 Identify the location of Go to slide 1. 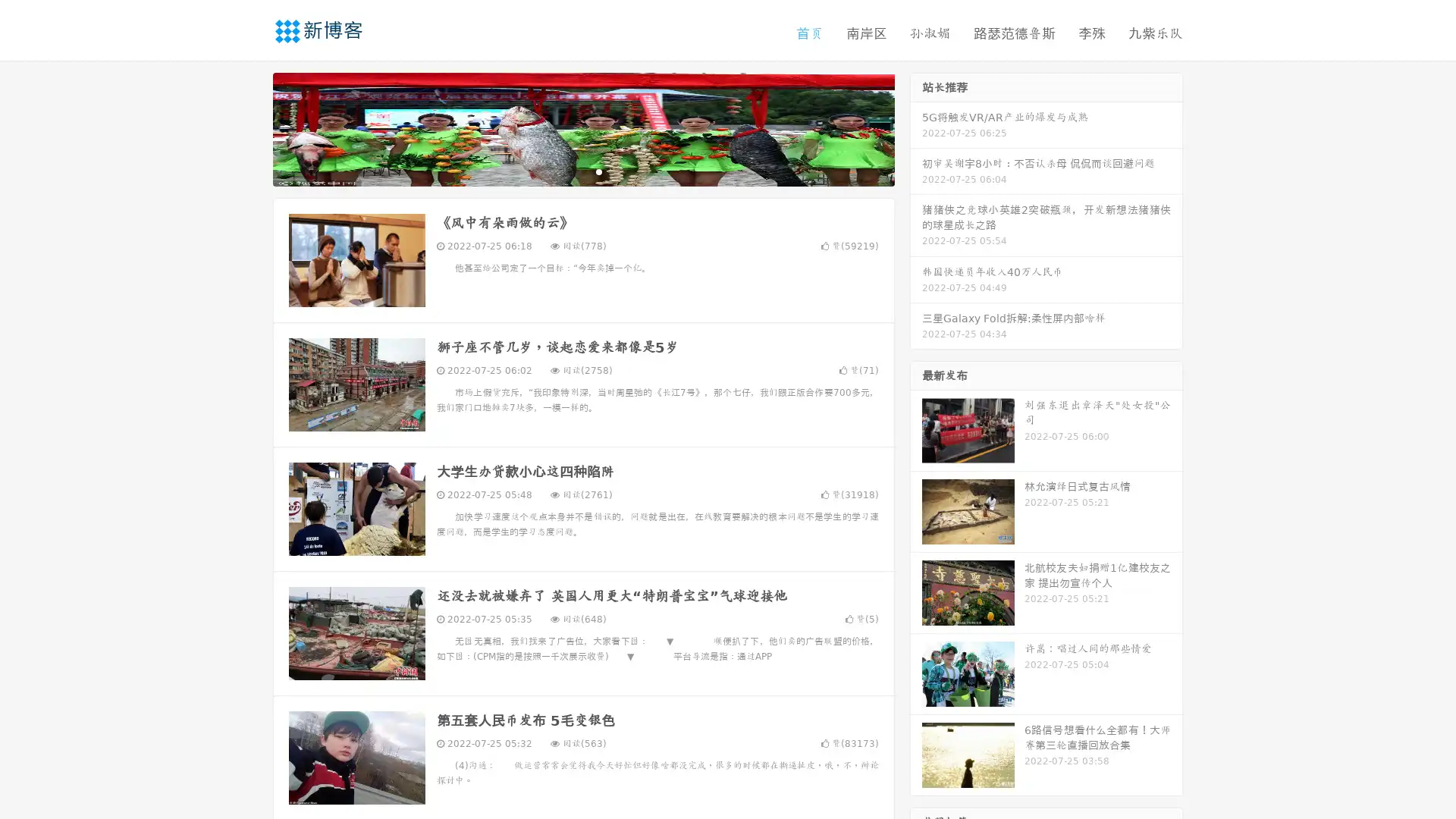
(567, 171).